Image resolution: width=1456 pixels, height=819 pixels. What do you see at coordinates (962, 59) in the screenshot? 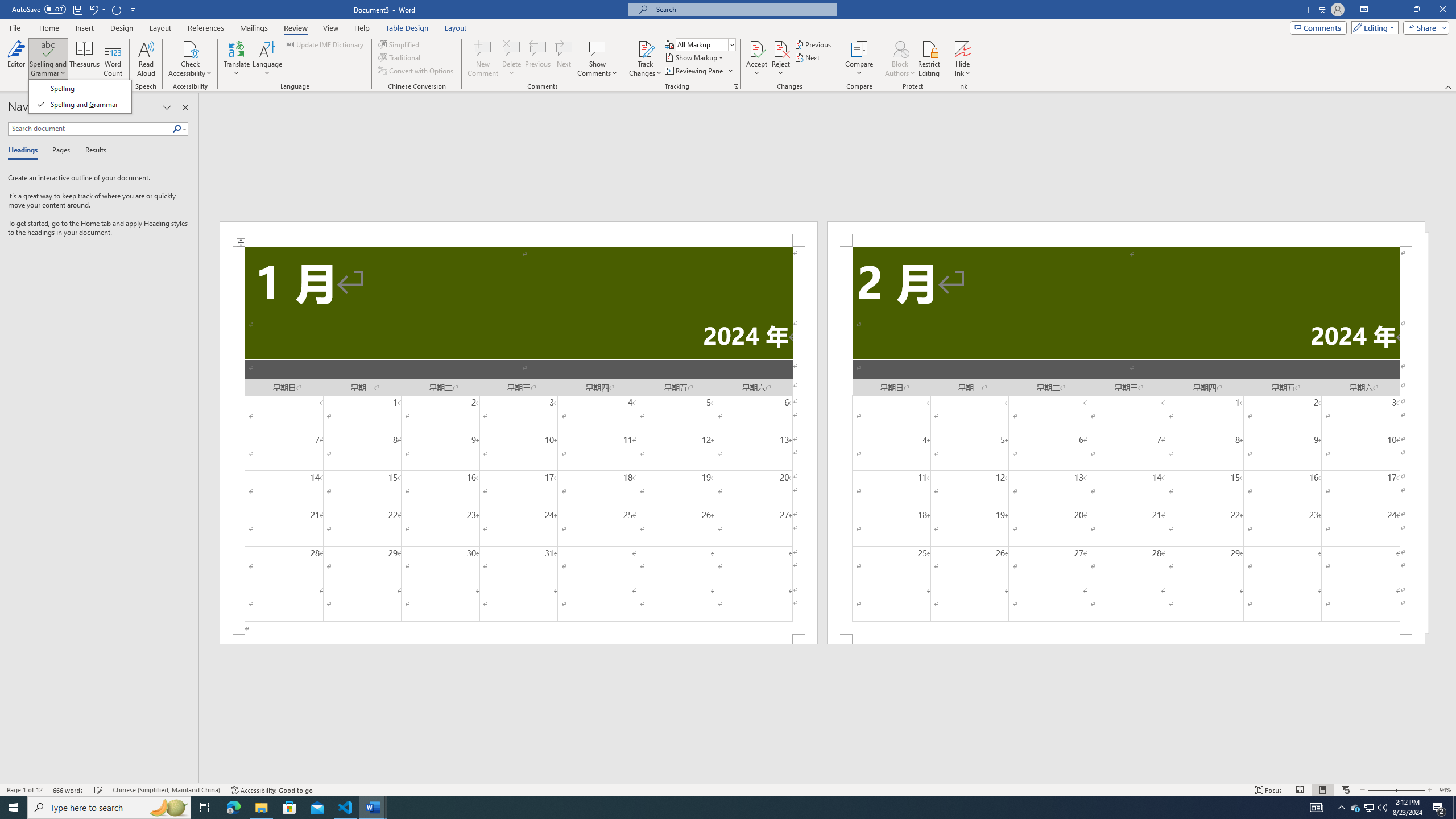
I see `'Hide Ink'` at bounding box center [962, 59].